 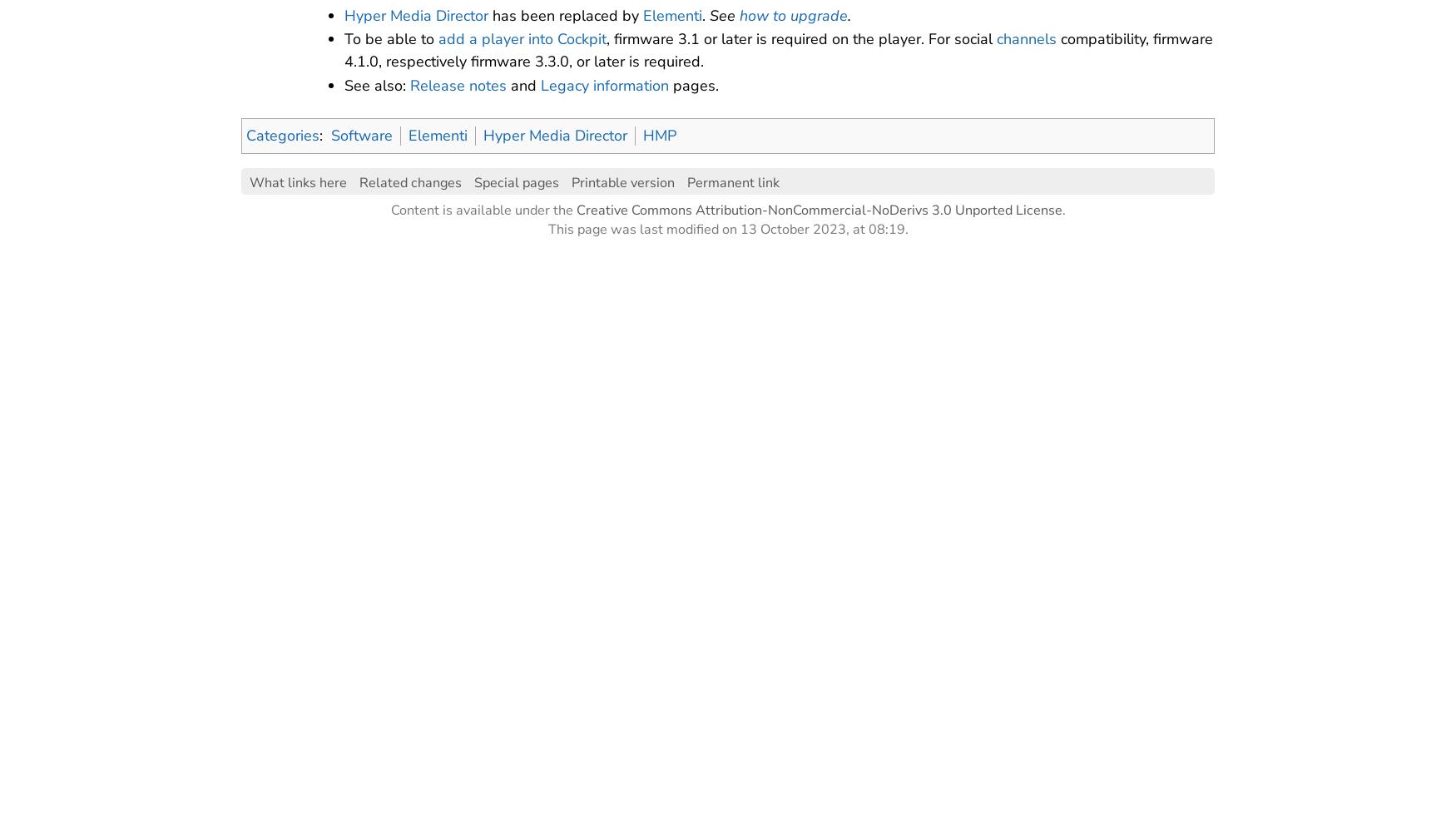 I want to click on 'Creative Commons Attribution-NonCommercial-NoDerivs 3.0 Unported License', so click(x=819, y=210).